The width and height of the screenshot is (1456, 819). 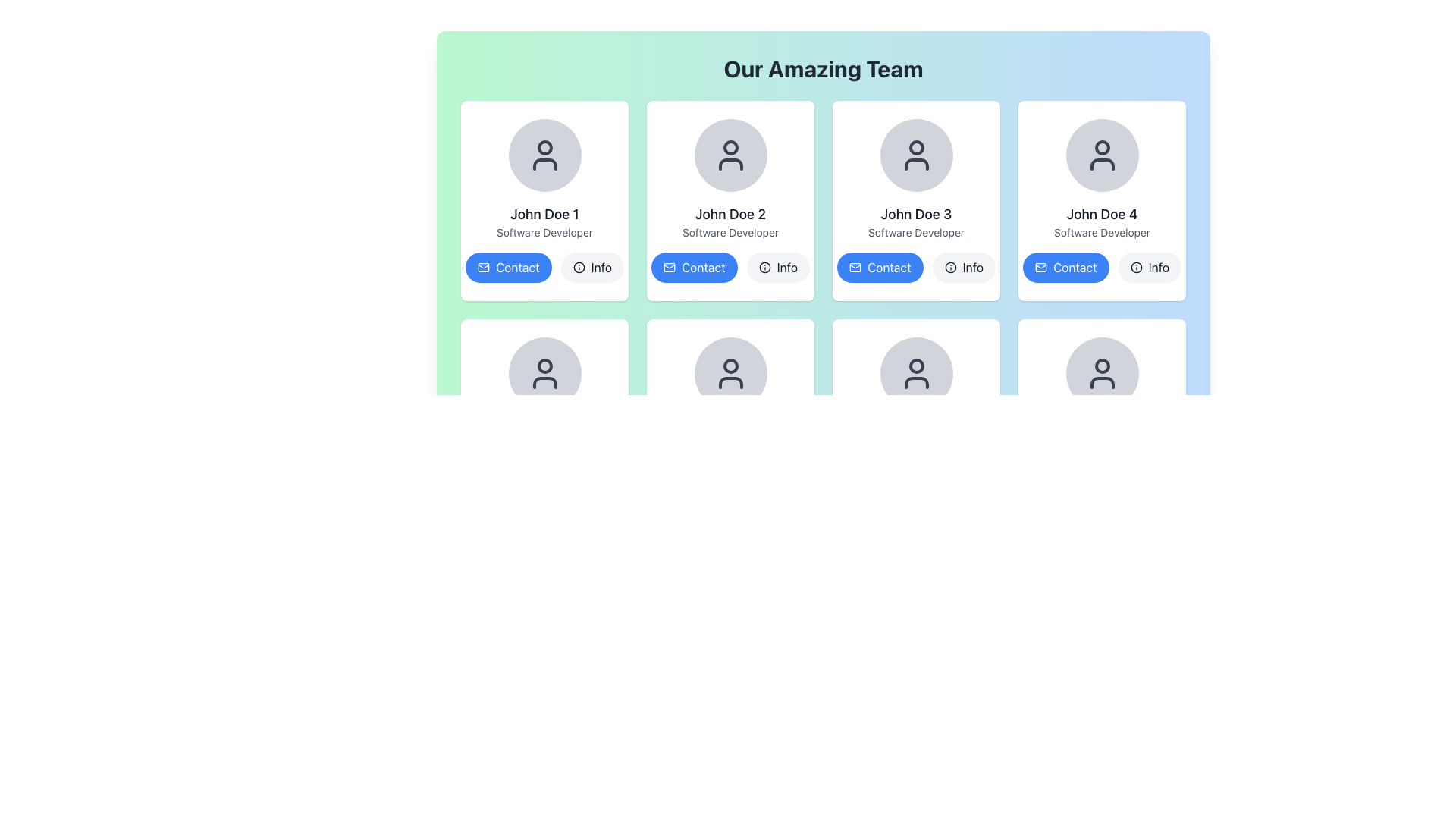 What do you see at coordinates (1065, 267) in the screenshot?
I see `the blue button with rounded corners labeled 'Contact', located at the bottom right of the card for 'John Doe 4'` at bounding box center [1065, 267].